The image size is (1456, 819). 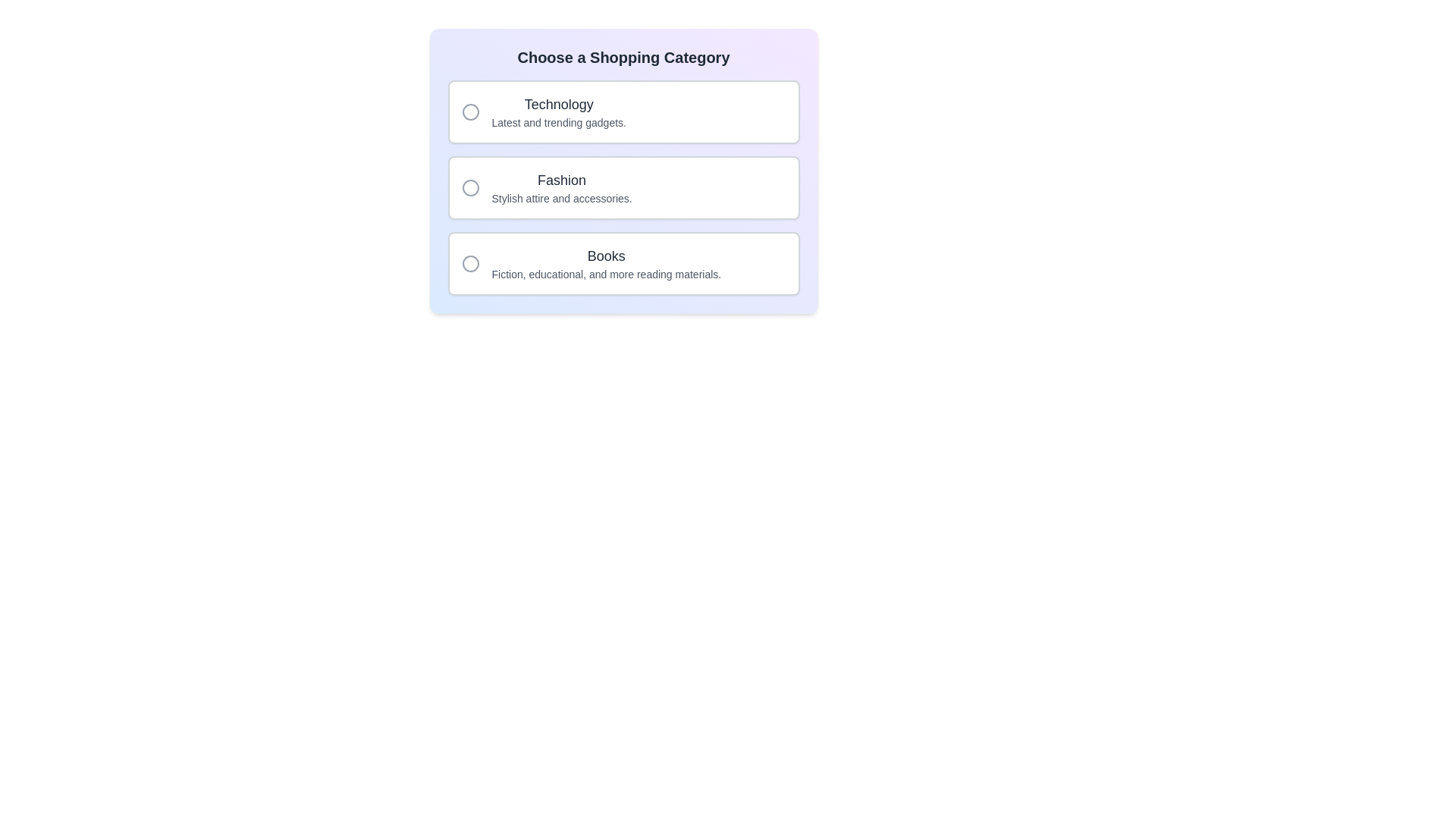 I want to click on the Text Label that describes the 'Fashion' shopping category, located between 'Technology' and 'Books' in the vertical list of shopping categories, so click(x=561, y=187).